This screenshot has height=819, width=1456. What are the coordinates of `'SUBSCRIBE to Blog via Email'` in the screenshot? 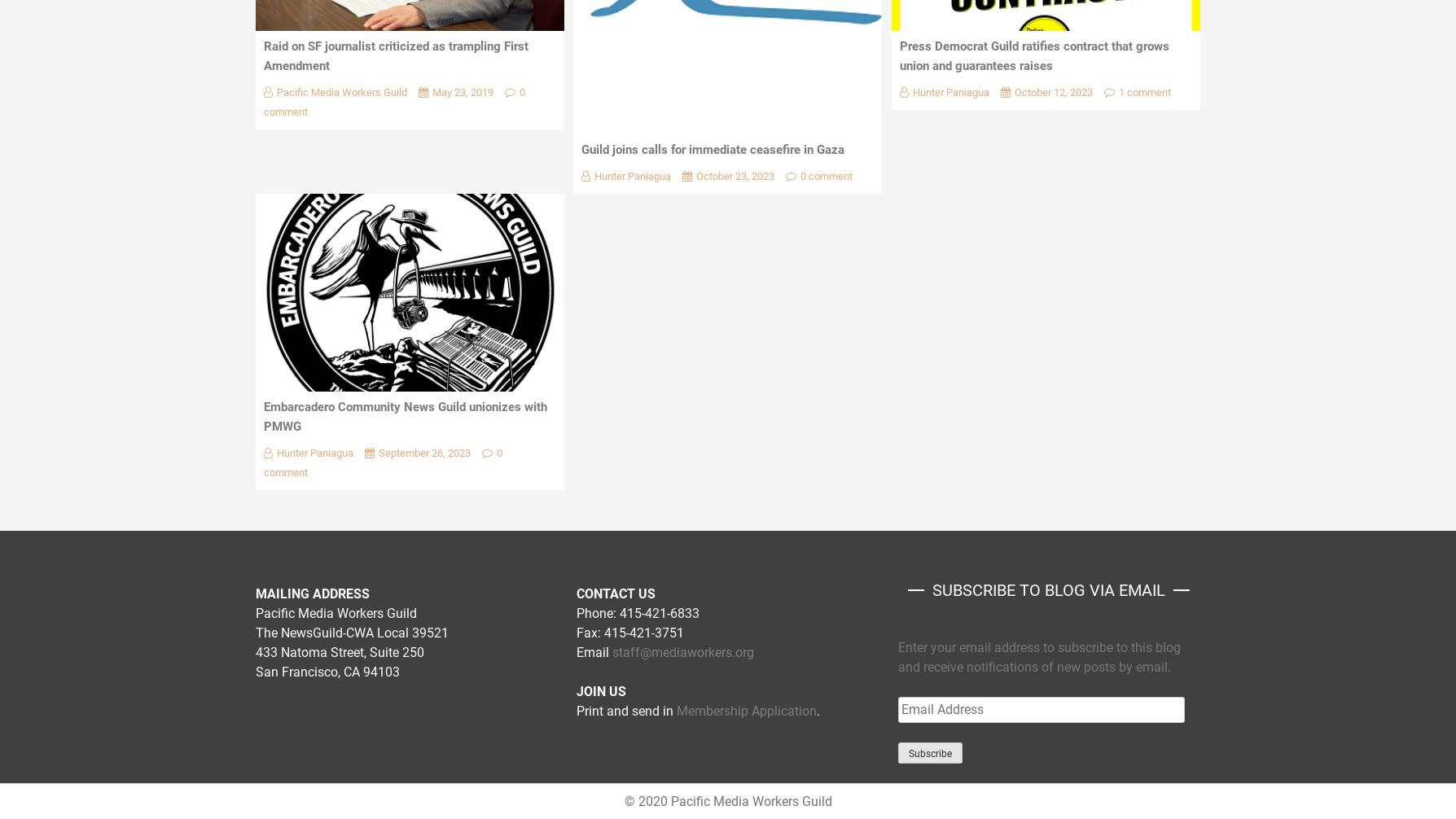 It's located at (1048, 590).